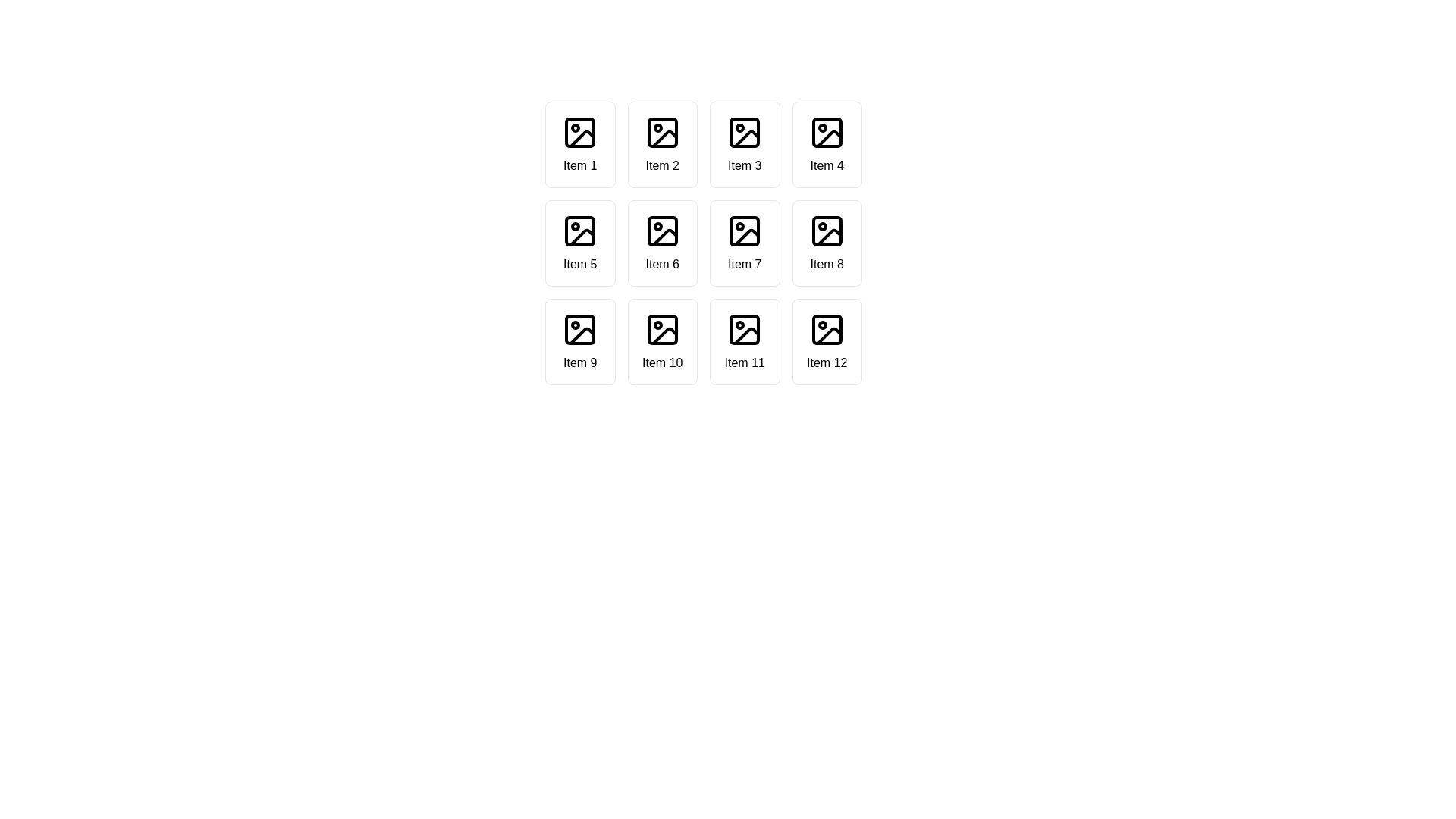  Describe the element at coordinates (582, 237) in the screenshot. I see `the small triangular-shaped decorative detail within the 'Item 5' SVG icon located in the second row, first column of the grid` at that location.